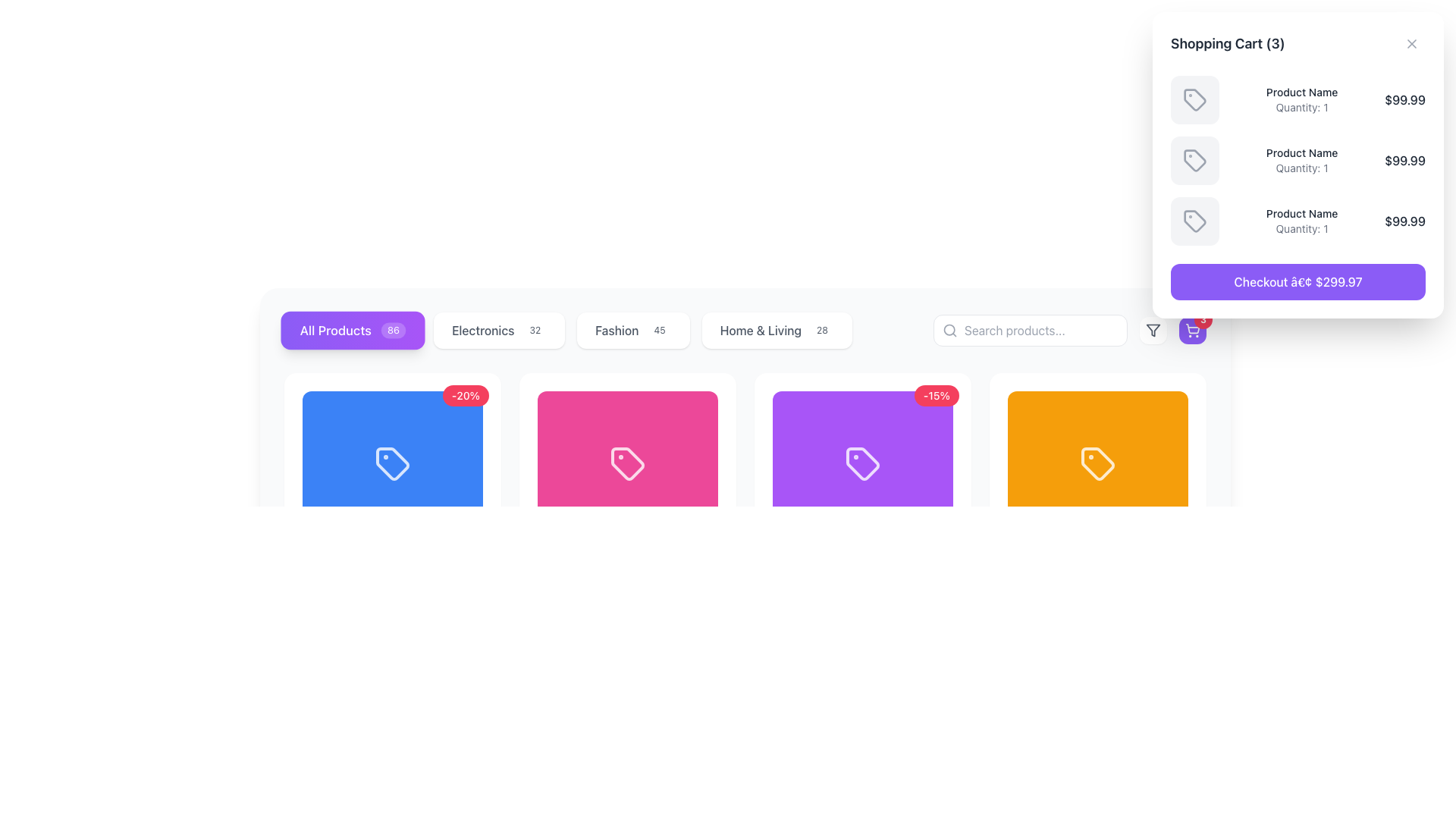 The width and height of the screenshot is (1456, 819). Describe the element at coordinates (1301, 107) in the screenshot. I see `the text label displaying 'Quantity: 1', which is a small, grey-colored font located below the product name in the shopping cart modal` at that location.